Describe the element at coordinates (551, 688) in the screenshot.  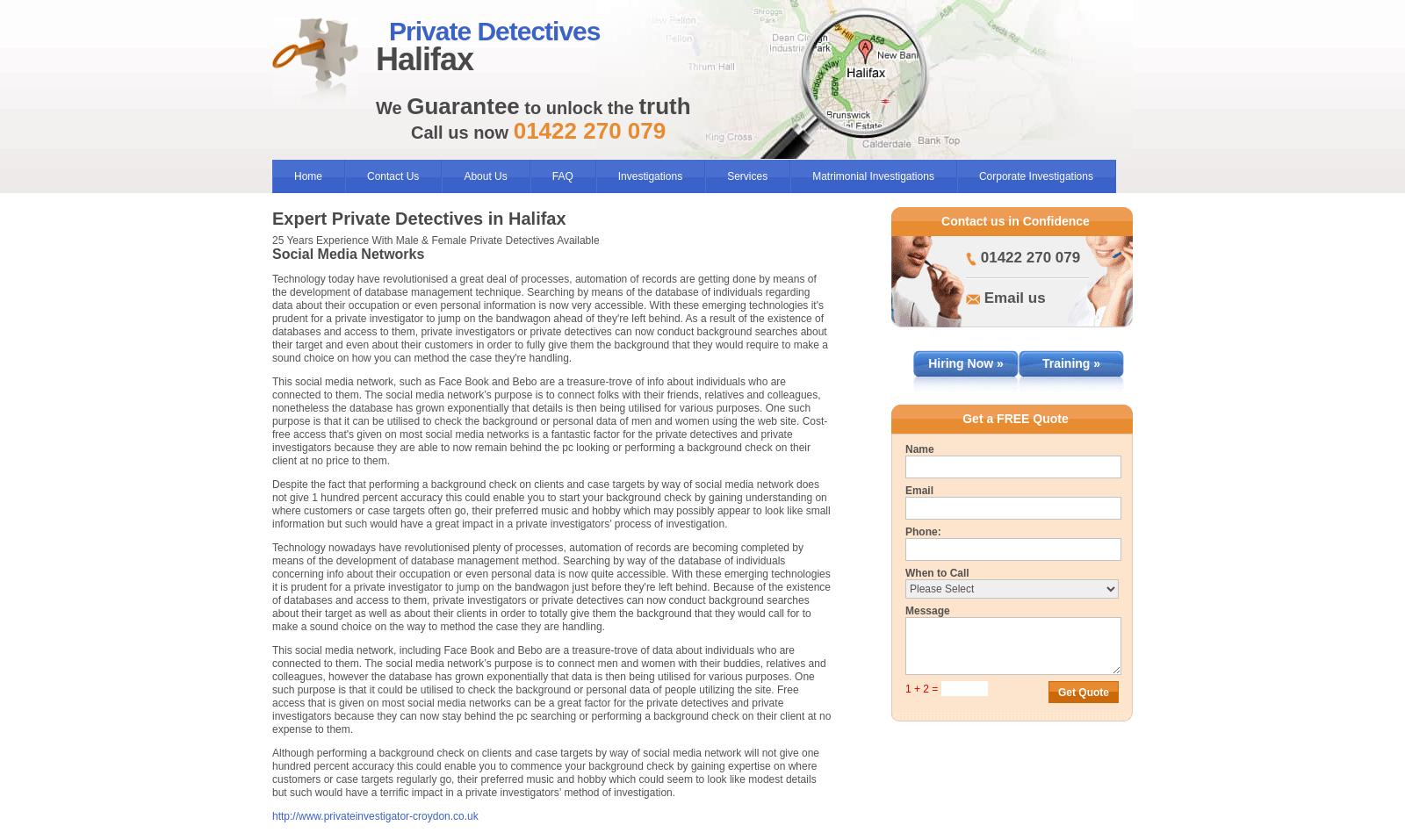
I see `'This social media network, including Face Book and Bebo are a treasure-trove of data about individuals who are connected to them. The social media network’s purpose is to connect men and women with their buddies, relatives and colleagues, however the database has grown exponentially that data is then being utilised for various purposes. One such purpose is that it could be utilised to check the background or personal data of people utilizing the site. Free access that is given on most social media networks can be a great factor for the private detectives and private investigators because they can now stay behind the pc searching or performing a background check on their client at no expense to them.'` at that location.